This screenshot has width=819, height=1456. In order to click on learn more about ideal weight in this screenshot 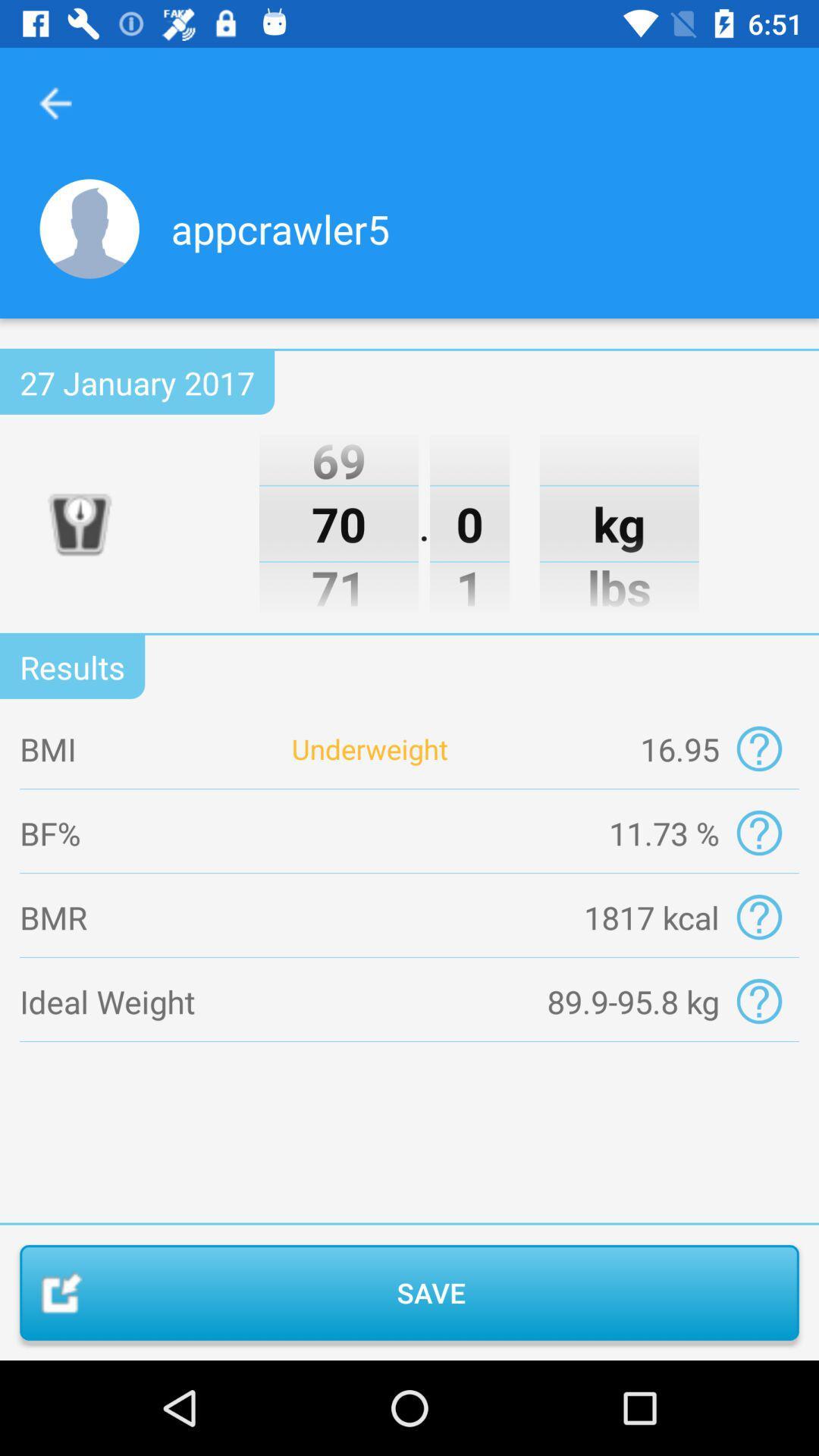, I will do `click(759, 1001)`.